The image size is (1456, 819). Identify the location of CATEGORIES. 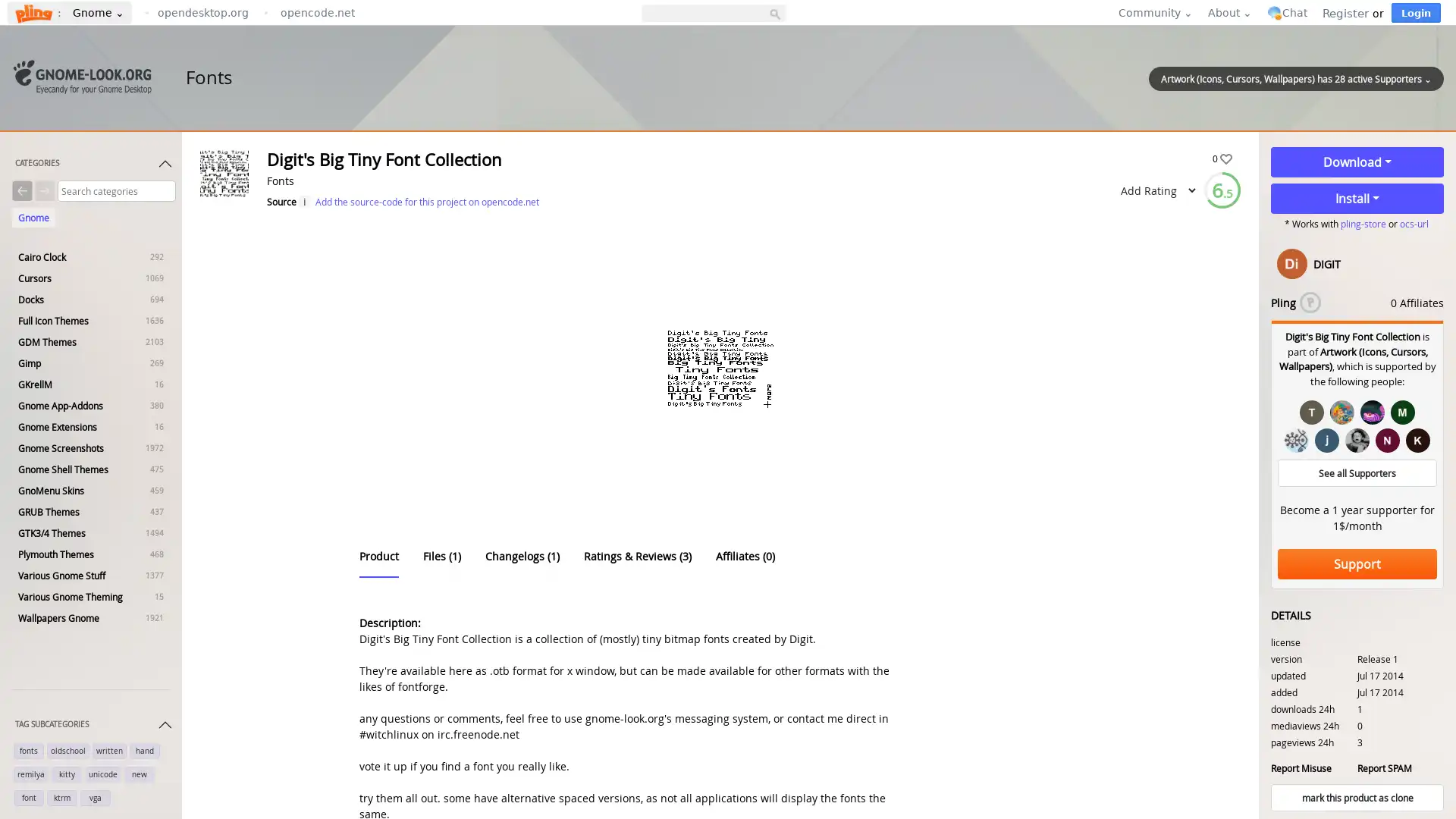
(93, 166).